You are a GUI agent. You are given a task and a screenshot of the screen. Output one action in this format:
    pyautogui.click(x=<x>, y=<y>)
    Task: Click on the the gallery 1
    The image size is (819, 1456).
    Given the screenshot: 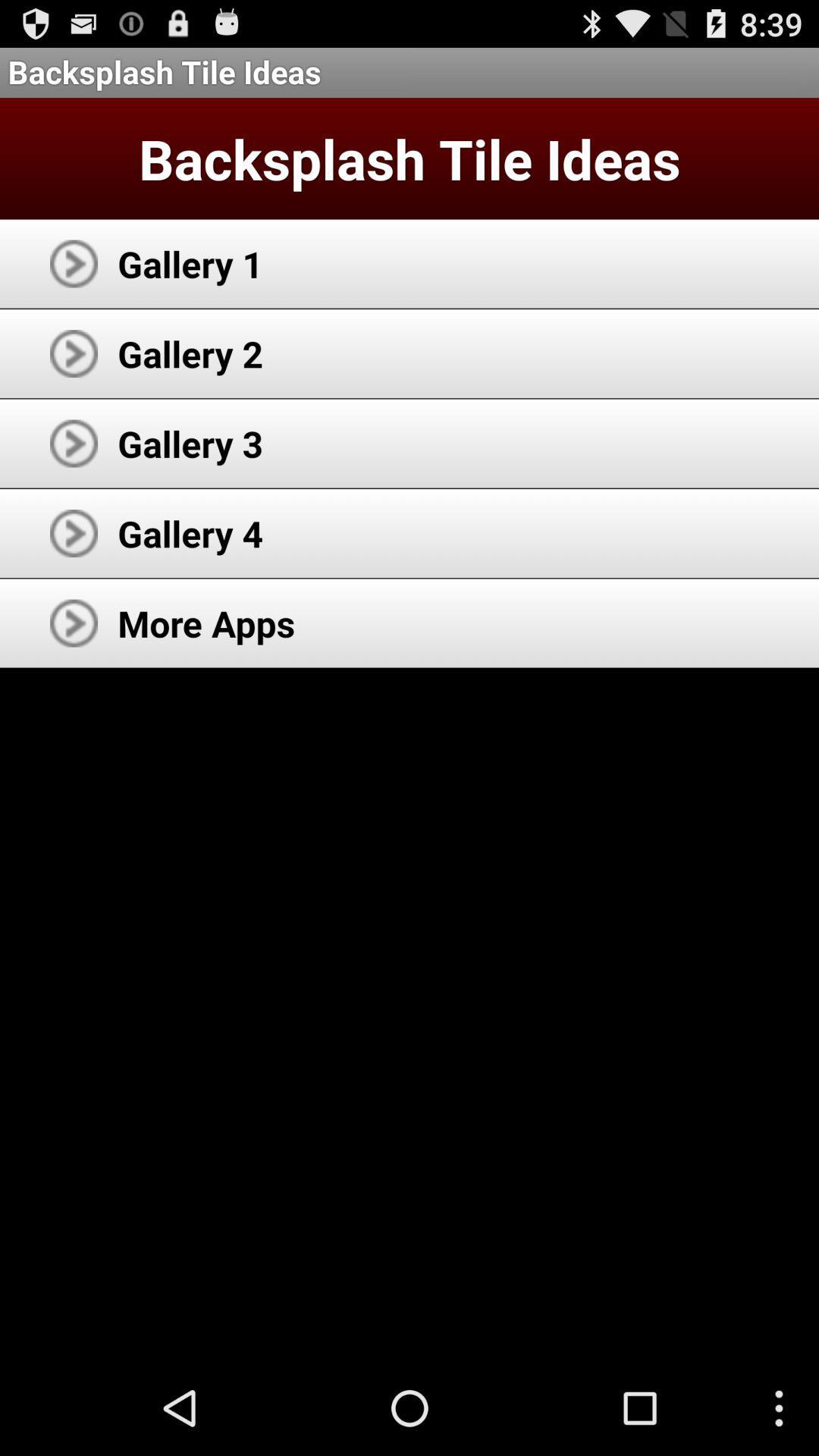 What is the action you would take?
    pyautogui.click(x=190, y=263)
    